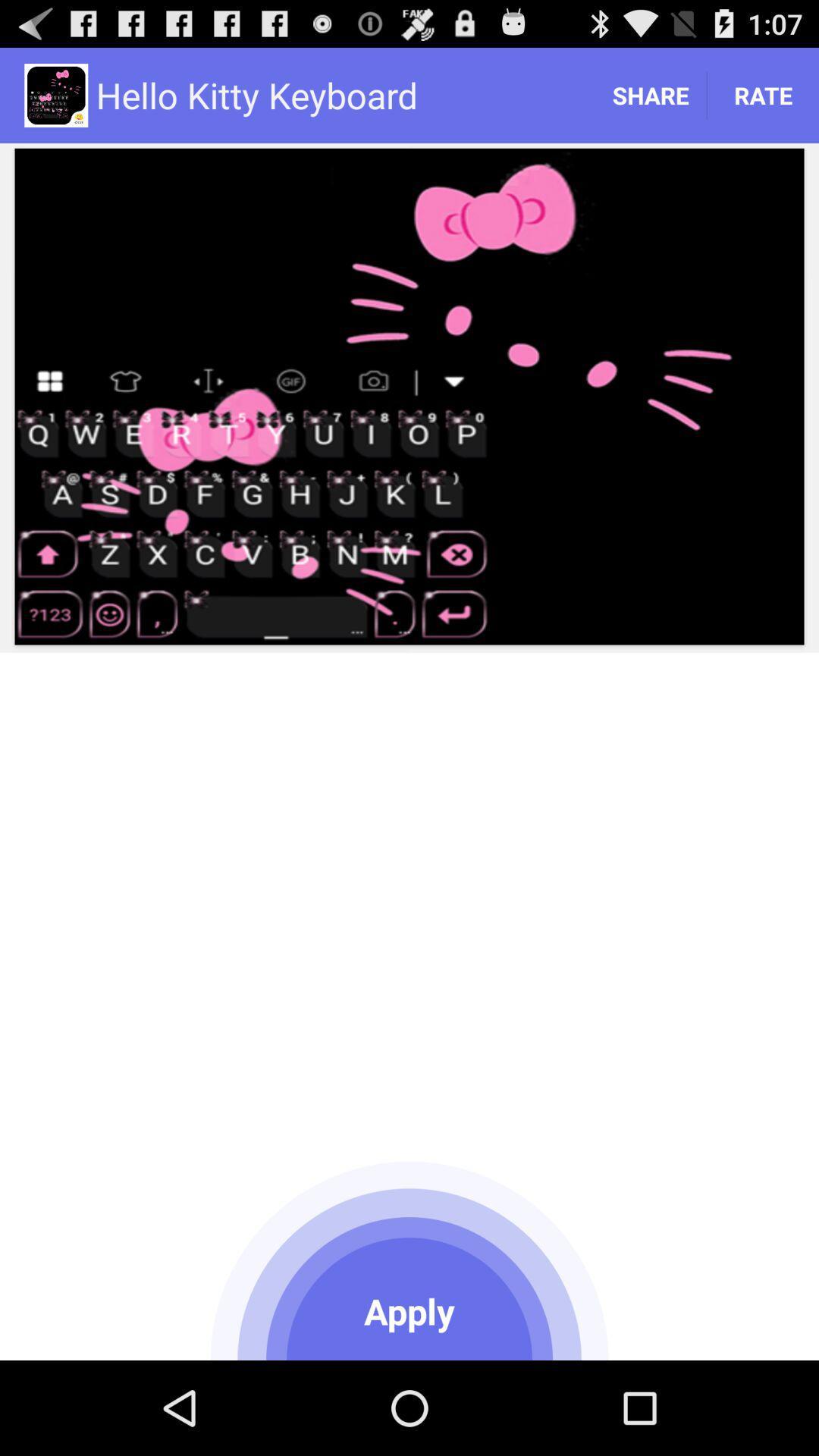 The width and height of the screenshot is (819, 1456). Describe the element at coordinates (763, 94) in the screenshot. I see `the item next to share item` at that location.